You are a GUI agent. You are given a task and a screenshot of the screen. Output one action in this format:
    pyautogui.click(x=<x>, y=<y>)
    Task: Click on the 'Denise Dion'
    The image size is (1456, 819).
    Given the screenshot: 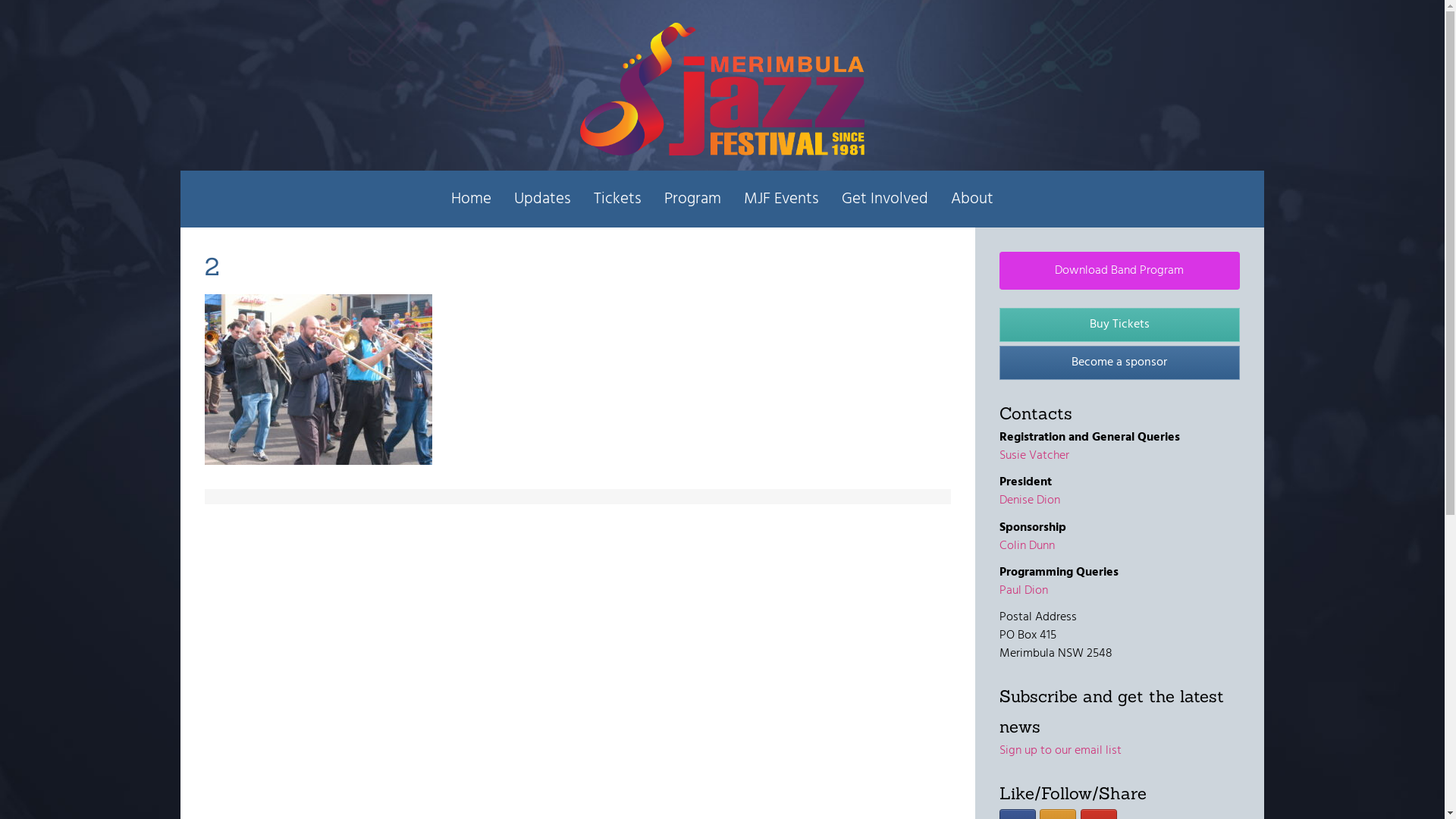 What is the action you would take?
    pyautogui.click(x=999, y=500)
    